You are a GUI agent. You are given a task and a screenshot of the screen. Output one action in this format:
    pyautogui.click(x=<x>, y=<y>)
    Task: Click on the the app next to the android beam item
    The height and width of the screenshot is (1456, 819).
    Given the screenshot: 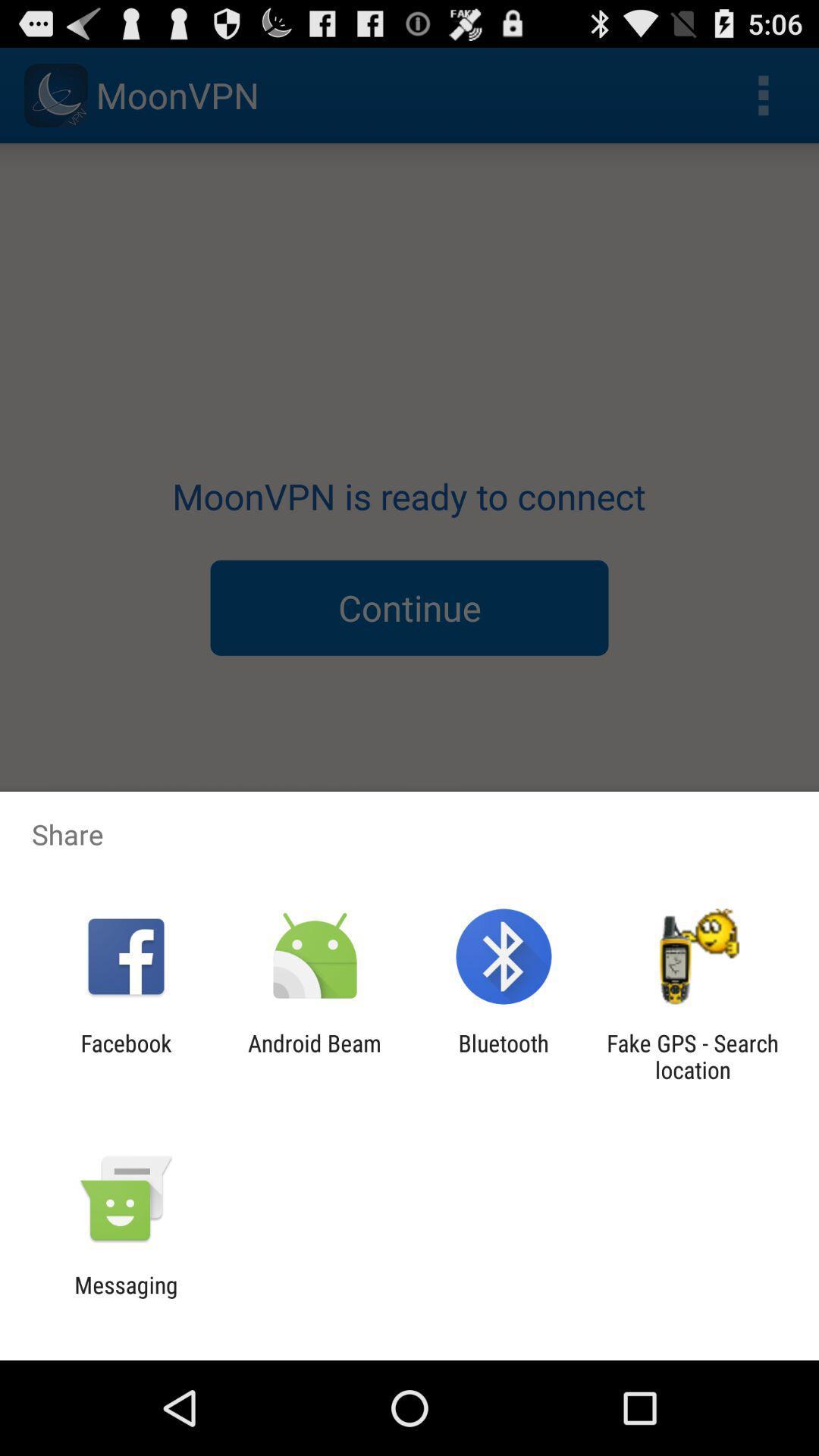 What is the action you would take?
    pyautogui.click(x=504, y=1056)
    